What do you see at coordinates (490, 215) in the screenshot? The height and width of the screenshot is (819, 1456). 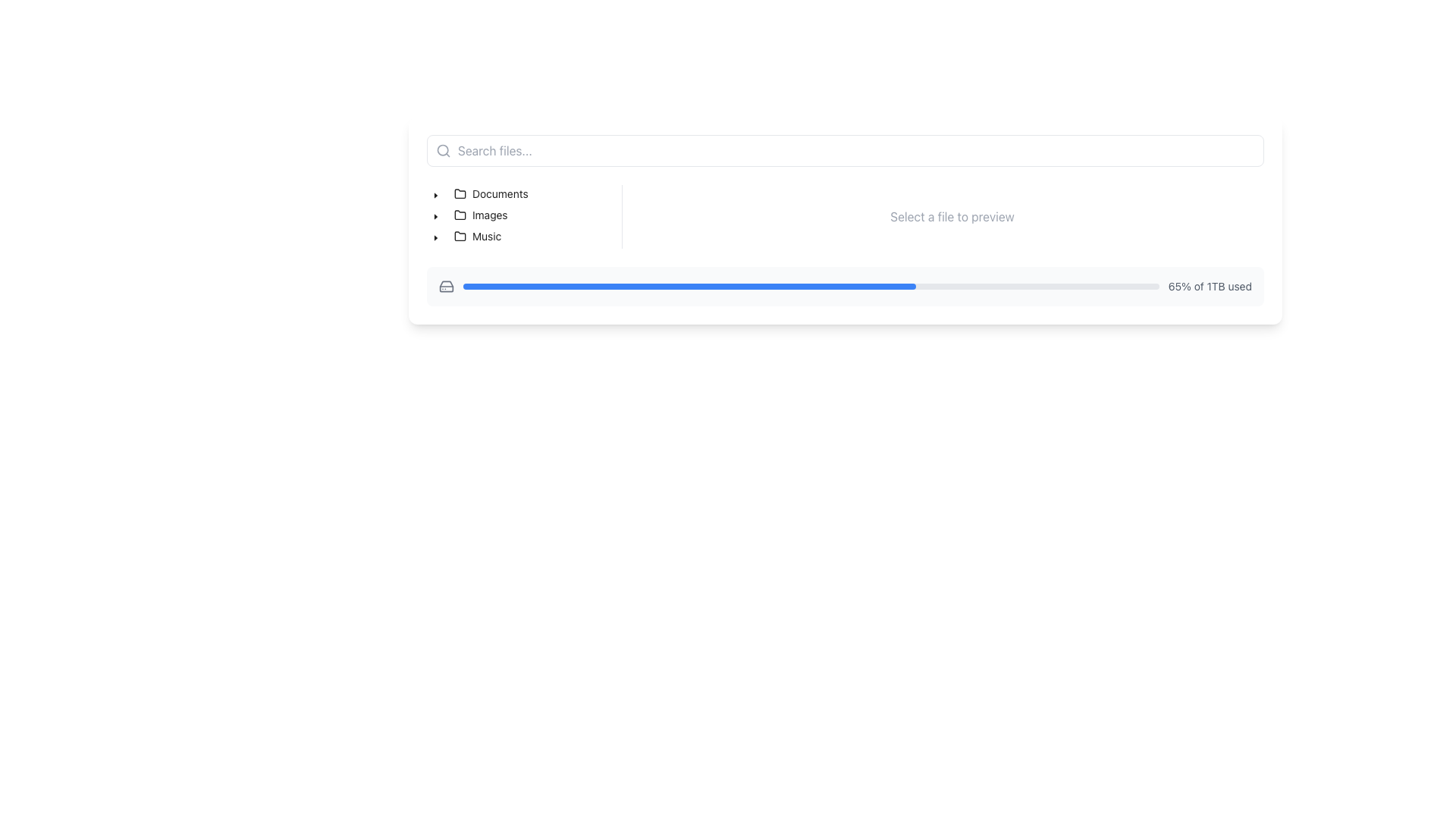 I see `the text label reading 'Images', which is styled in a straightforward font and positioned to the right of a folder icon in the file-directory interface` at bounding box center [490, 215].